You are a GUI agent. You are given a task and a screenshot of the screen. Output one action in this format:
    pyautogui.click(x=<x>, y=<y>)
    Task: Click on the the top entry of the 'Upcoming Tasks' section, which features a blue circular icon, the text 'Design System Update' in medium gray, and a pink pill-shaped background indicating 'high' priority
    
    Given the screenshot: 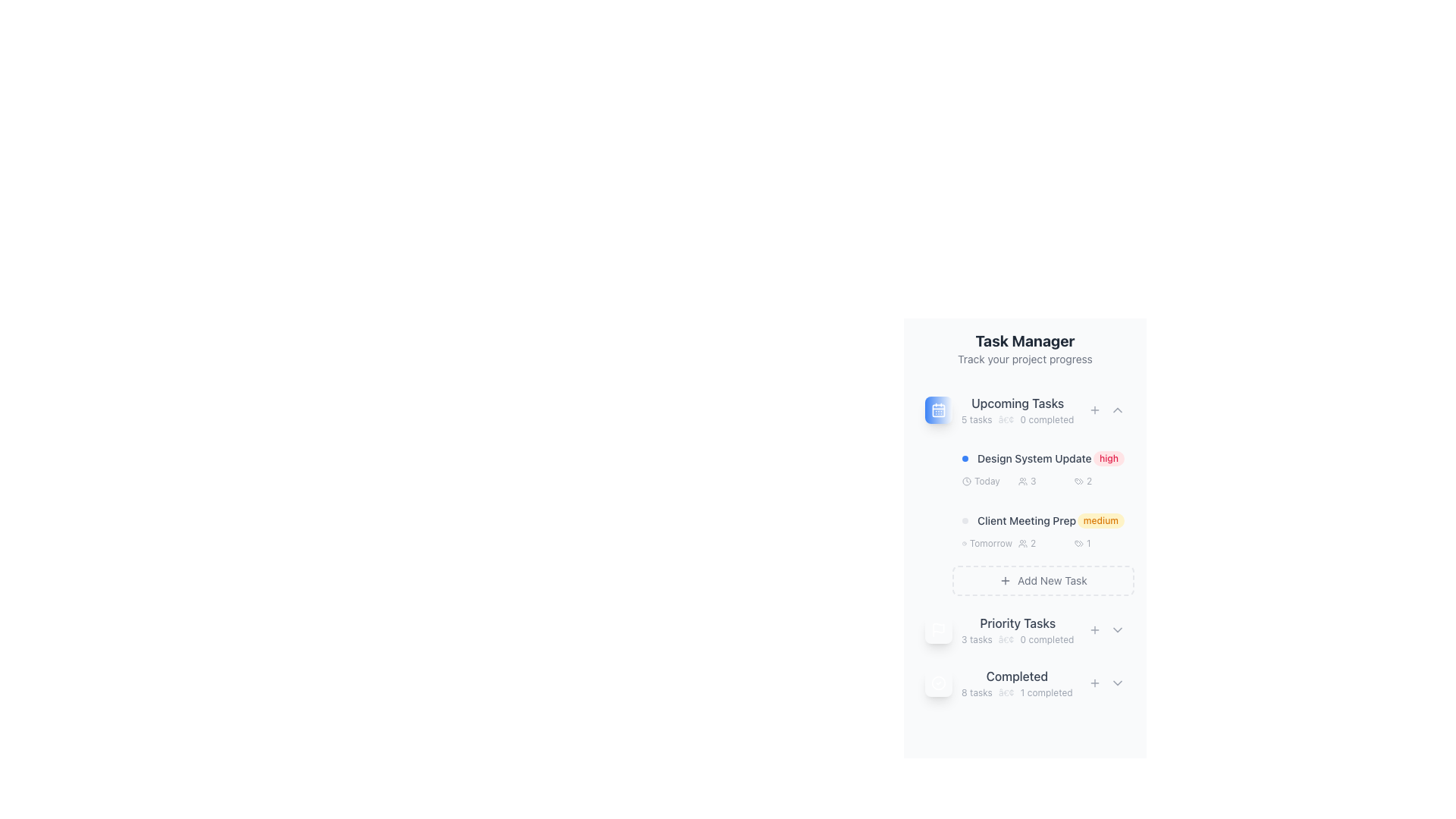 What is the action you would take?
    pyautogui.click(x=1043, y=458)
    